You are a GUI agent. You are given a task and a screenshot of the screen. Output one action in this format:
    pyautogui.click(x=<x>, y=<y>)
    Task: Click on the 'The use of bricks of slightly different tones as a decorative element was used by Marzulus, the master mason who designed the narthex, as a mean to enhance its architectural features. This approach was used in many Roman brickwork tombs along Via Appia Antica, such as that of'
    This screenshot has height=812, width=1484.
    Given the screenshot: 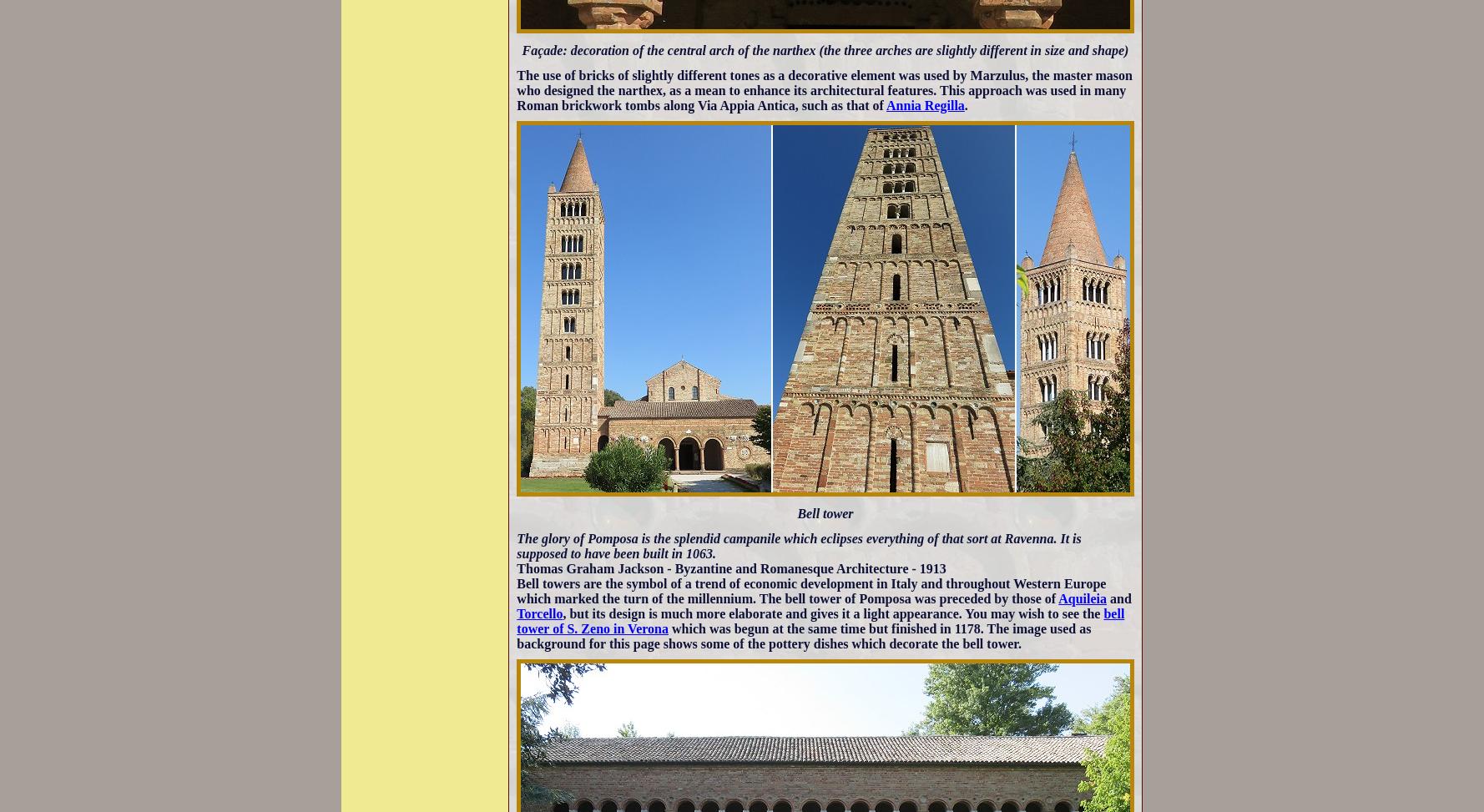 What is the action you would take?
    pyautogui.click(x=823, y=88)
    